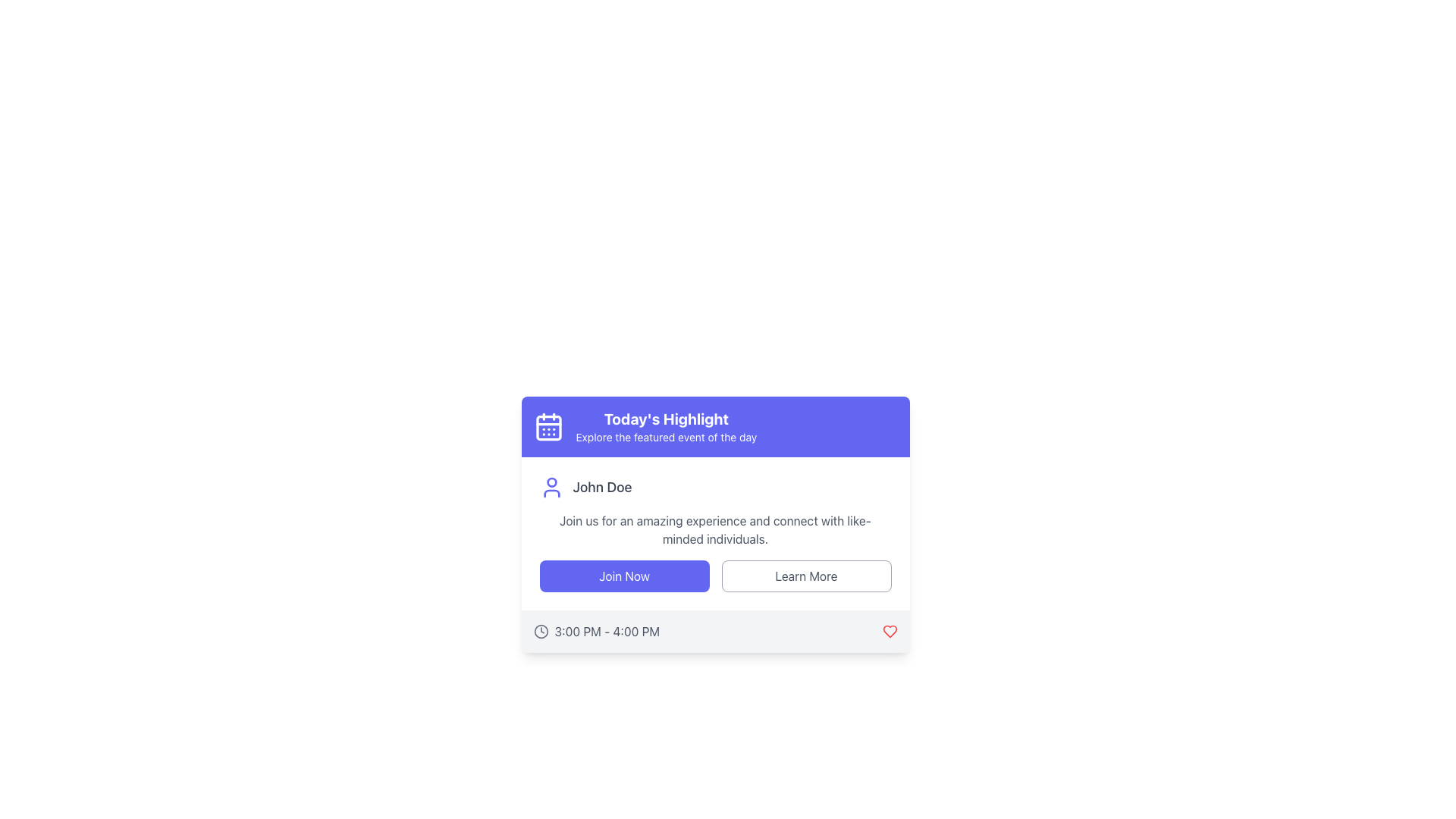 This screenshot has width=1456, height=819. I want to click on the text label displaying the time range '3:00 PM - 4:00 PM' located at the bottom right of a card UI component, so click(607, 632).